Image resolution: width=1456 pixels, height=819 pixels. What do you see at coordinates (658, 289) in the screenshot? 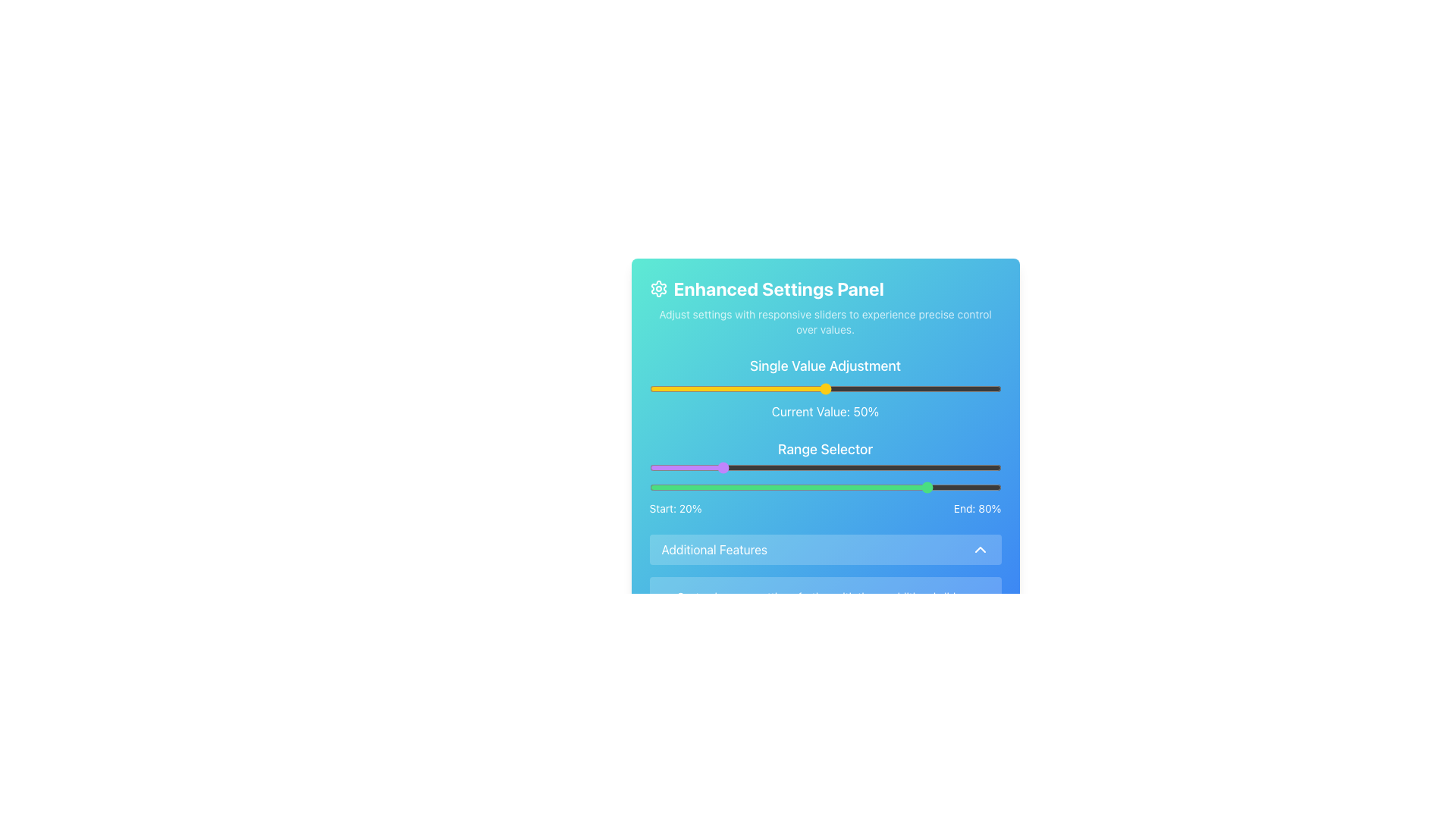
I see `the Settings icon located to the left of the 'Enhanced Settings Panel' title text in the header section` at bounding box center [658, 289].